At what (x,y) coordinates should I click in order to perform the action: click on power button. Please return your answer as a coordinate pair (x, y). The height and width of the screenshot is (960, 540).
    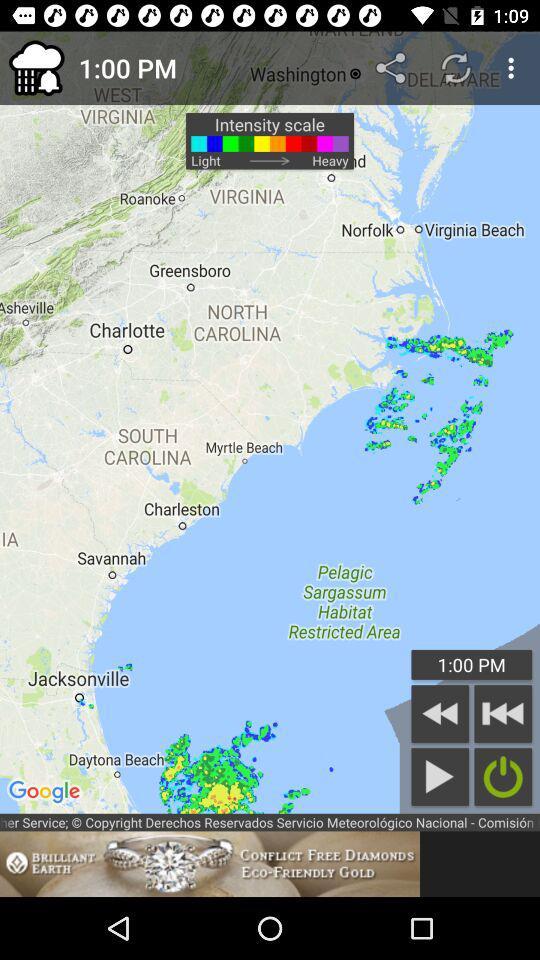
    Looking at the image, I should click on (502, 776).